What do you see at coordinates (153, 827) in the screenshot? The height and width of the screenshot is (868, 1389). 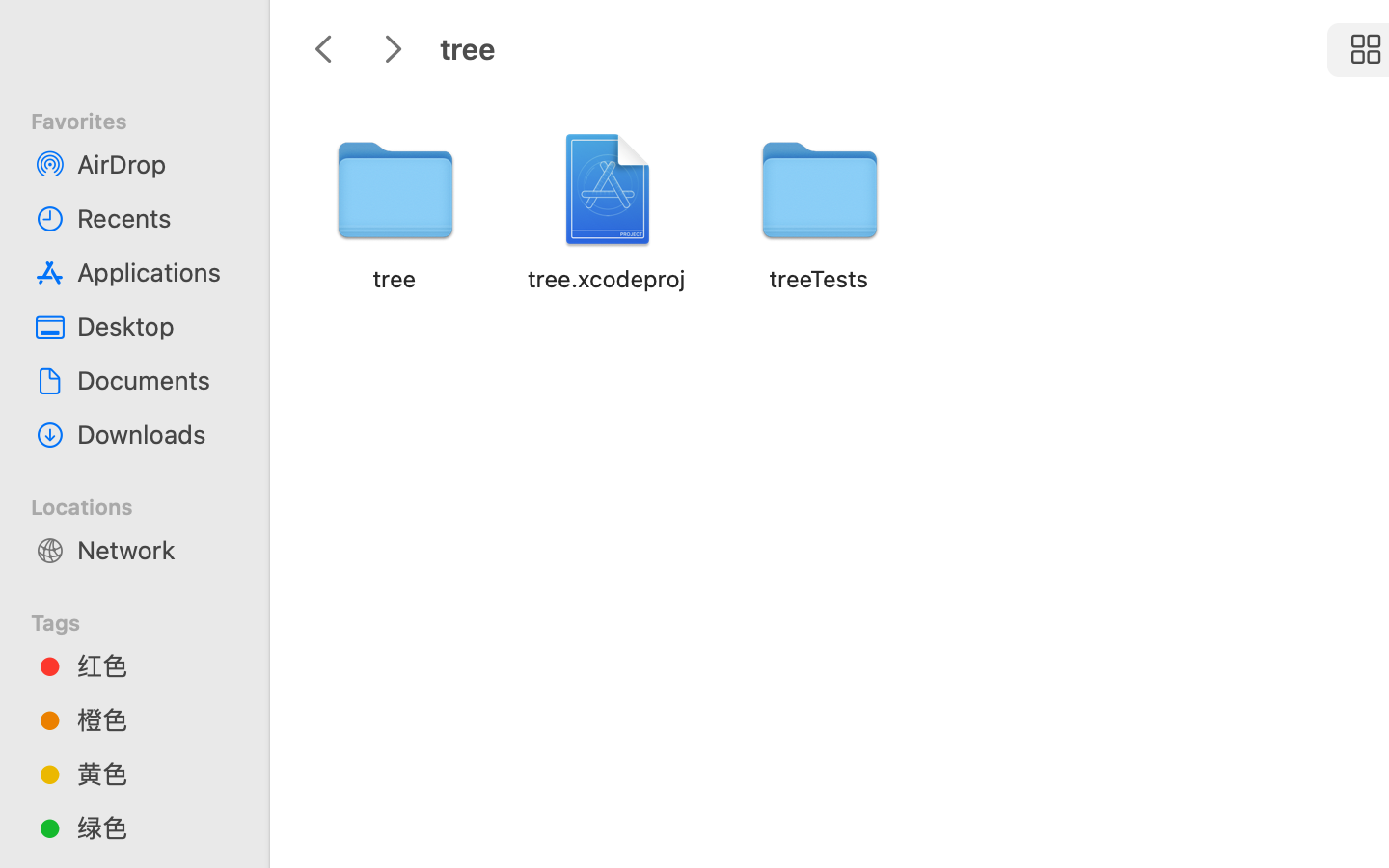 I see `'绿色'` at bounding box center [153, 827].